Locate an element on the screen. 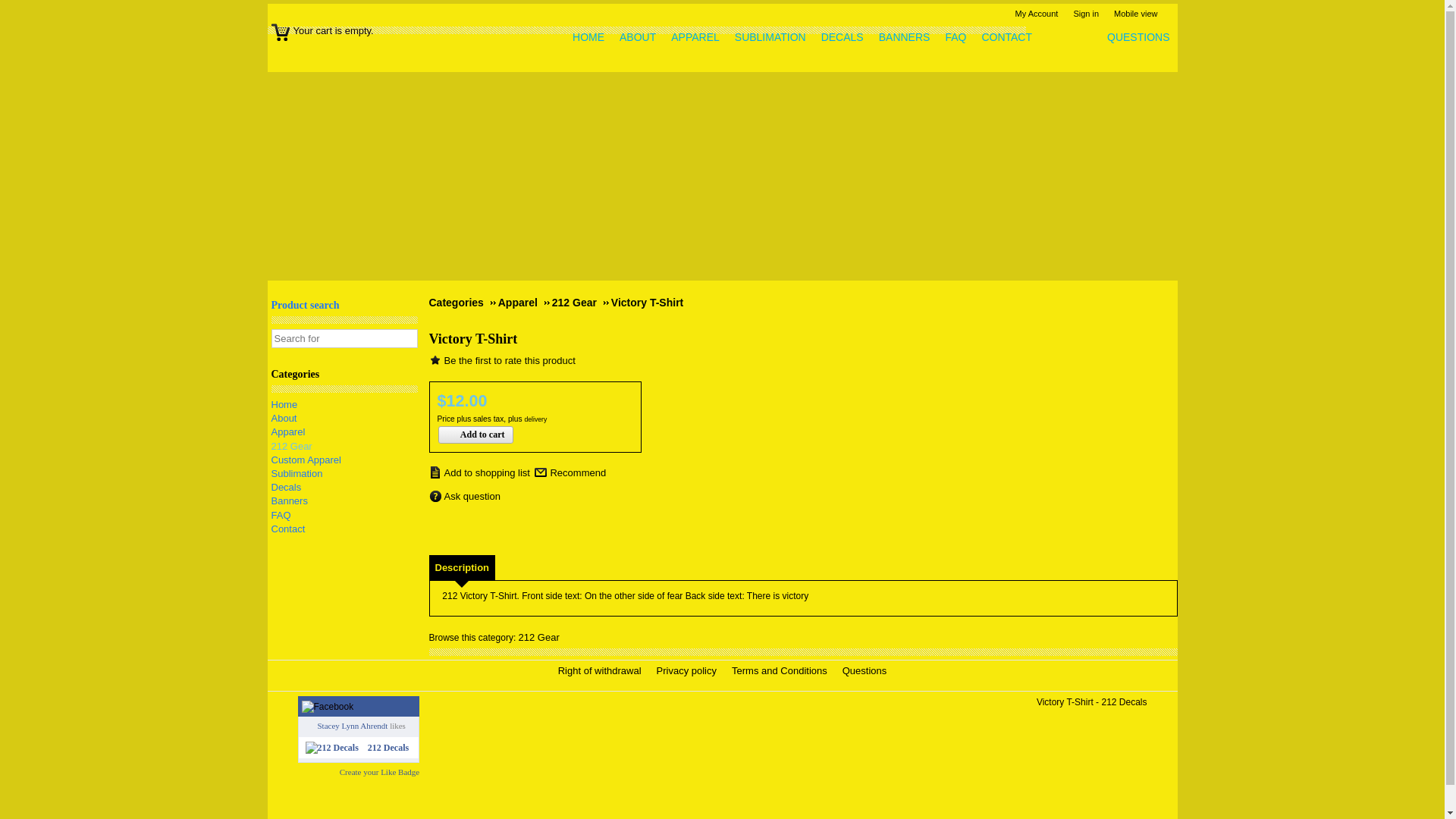 This screenshot has width=1456, height=819. 'Custom Apparel' is located at coordinates (306, 459).